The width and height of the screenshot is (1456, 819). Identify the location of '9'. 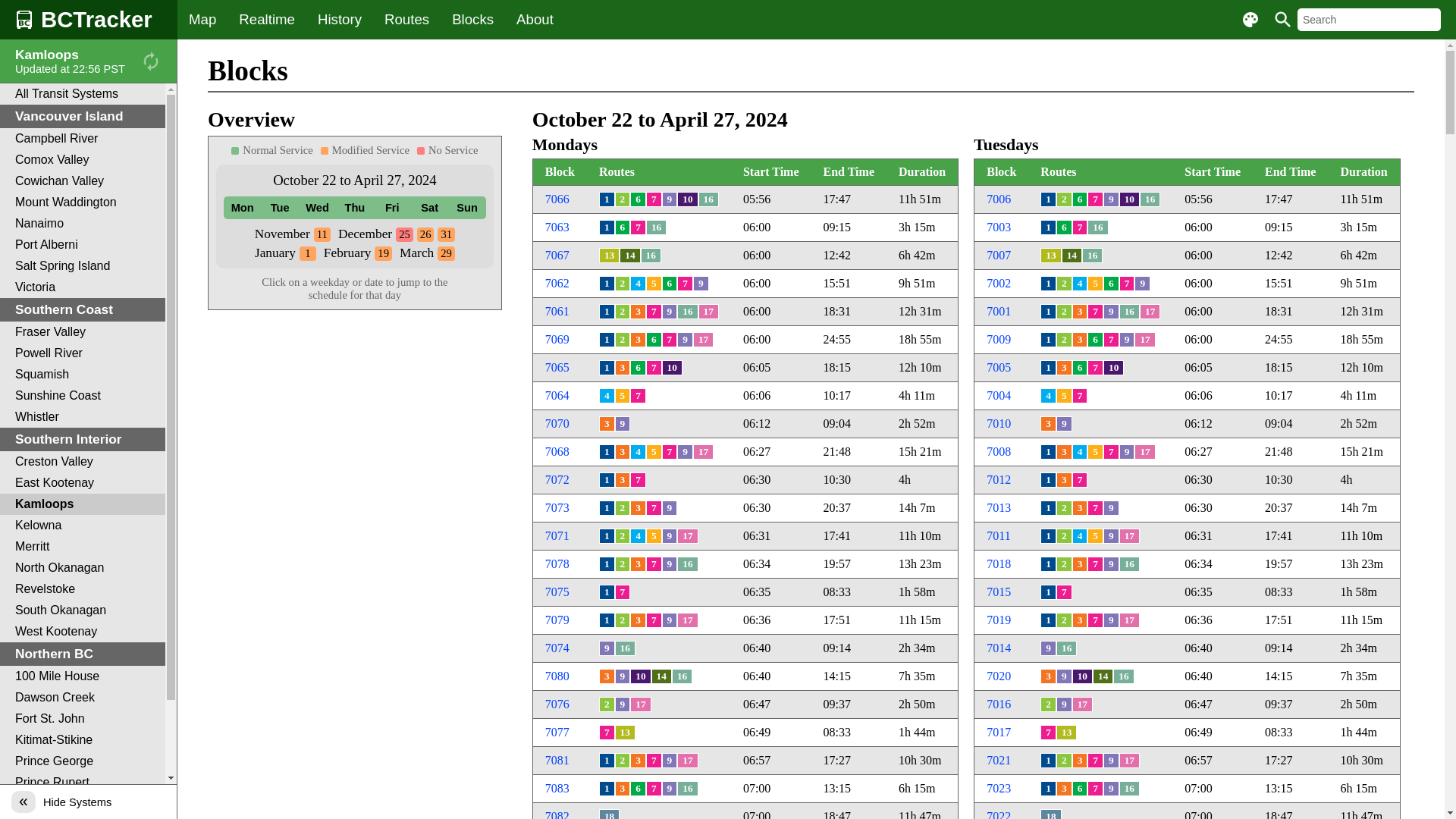
(1111, 788).